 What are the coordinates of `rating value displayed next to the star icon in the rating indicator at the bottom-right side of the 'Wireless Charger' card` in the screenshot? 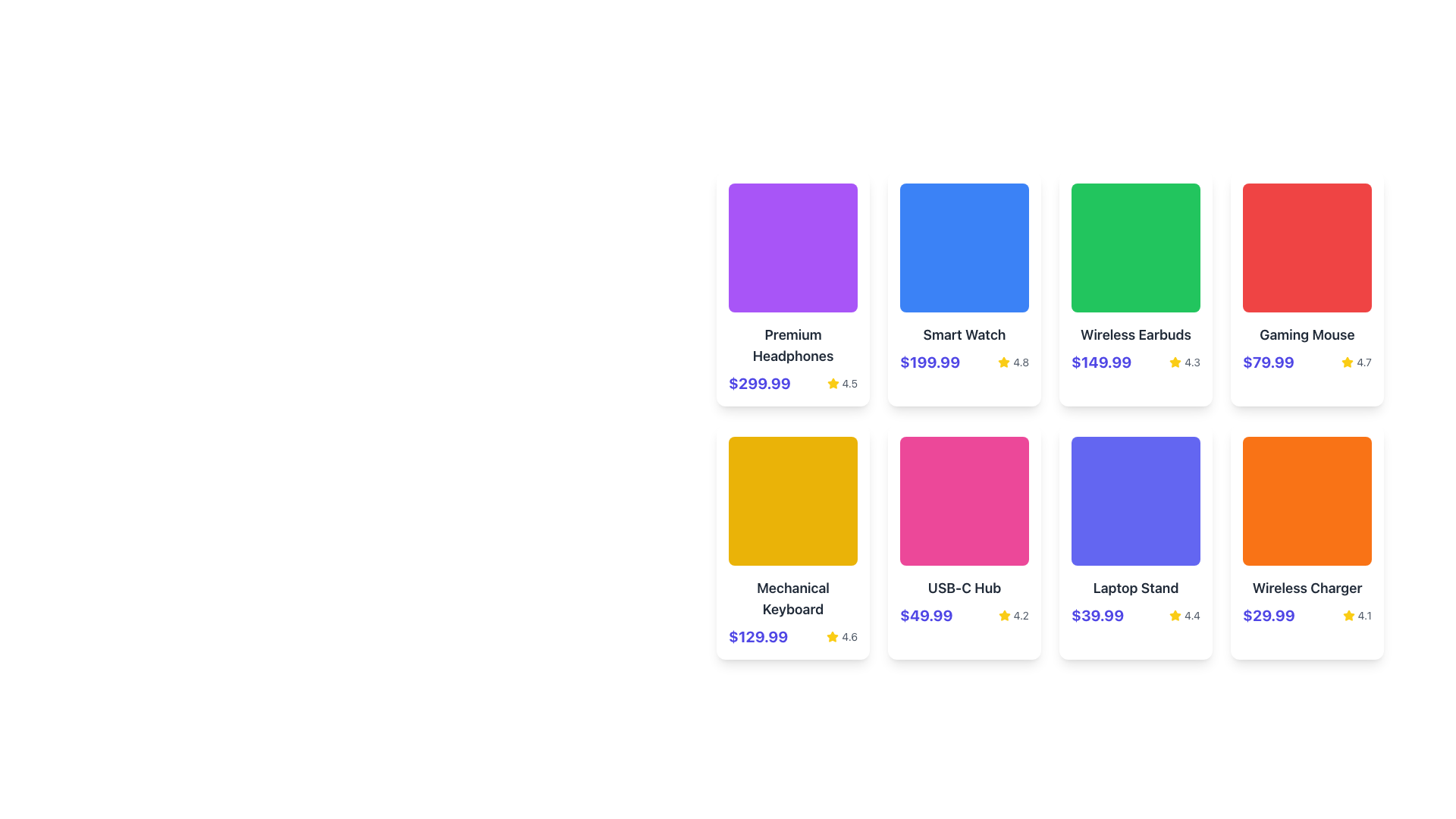 It's located at (1357, 616).